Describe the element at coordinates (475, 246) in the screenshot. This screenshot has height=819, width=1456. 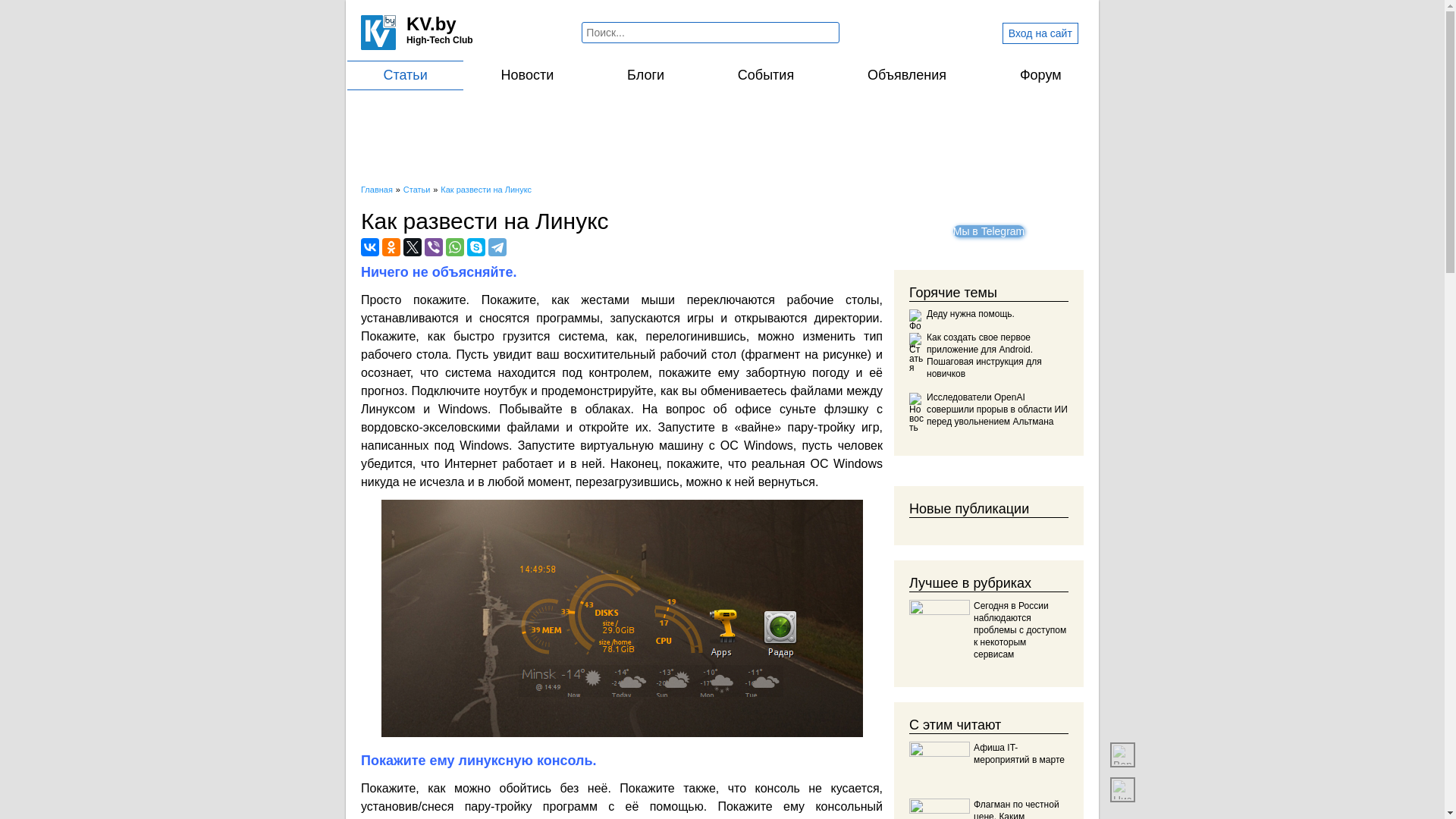
I see `'Skype'` at that location.